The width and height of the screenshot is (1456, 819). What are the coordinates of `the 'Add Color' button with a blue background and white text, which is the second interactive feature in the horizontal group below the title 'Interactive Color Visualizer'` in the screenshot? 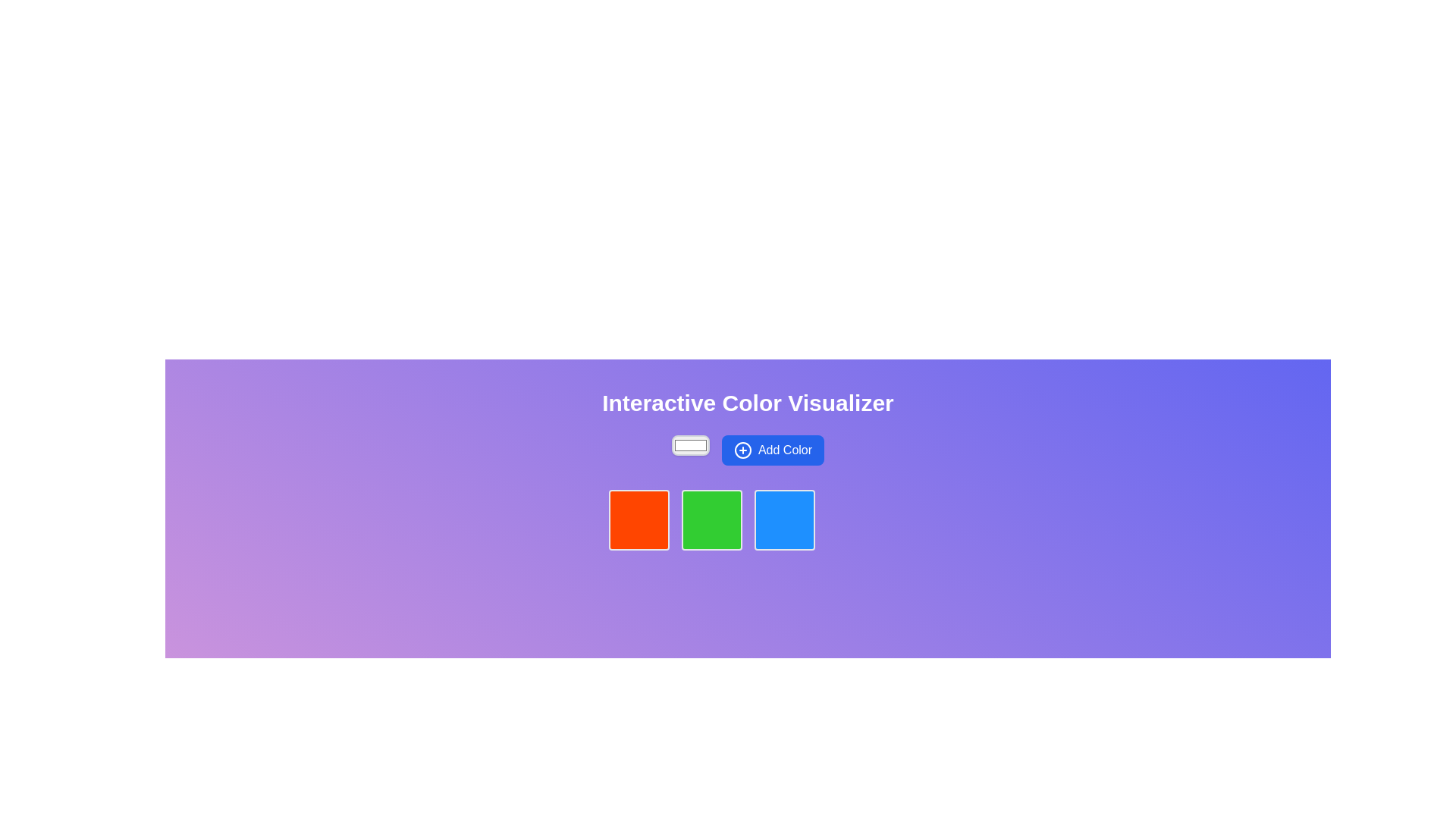 It's located at (748, 450).